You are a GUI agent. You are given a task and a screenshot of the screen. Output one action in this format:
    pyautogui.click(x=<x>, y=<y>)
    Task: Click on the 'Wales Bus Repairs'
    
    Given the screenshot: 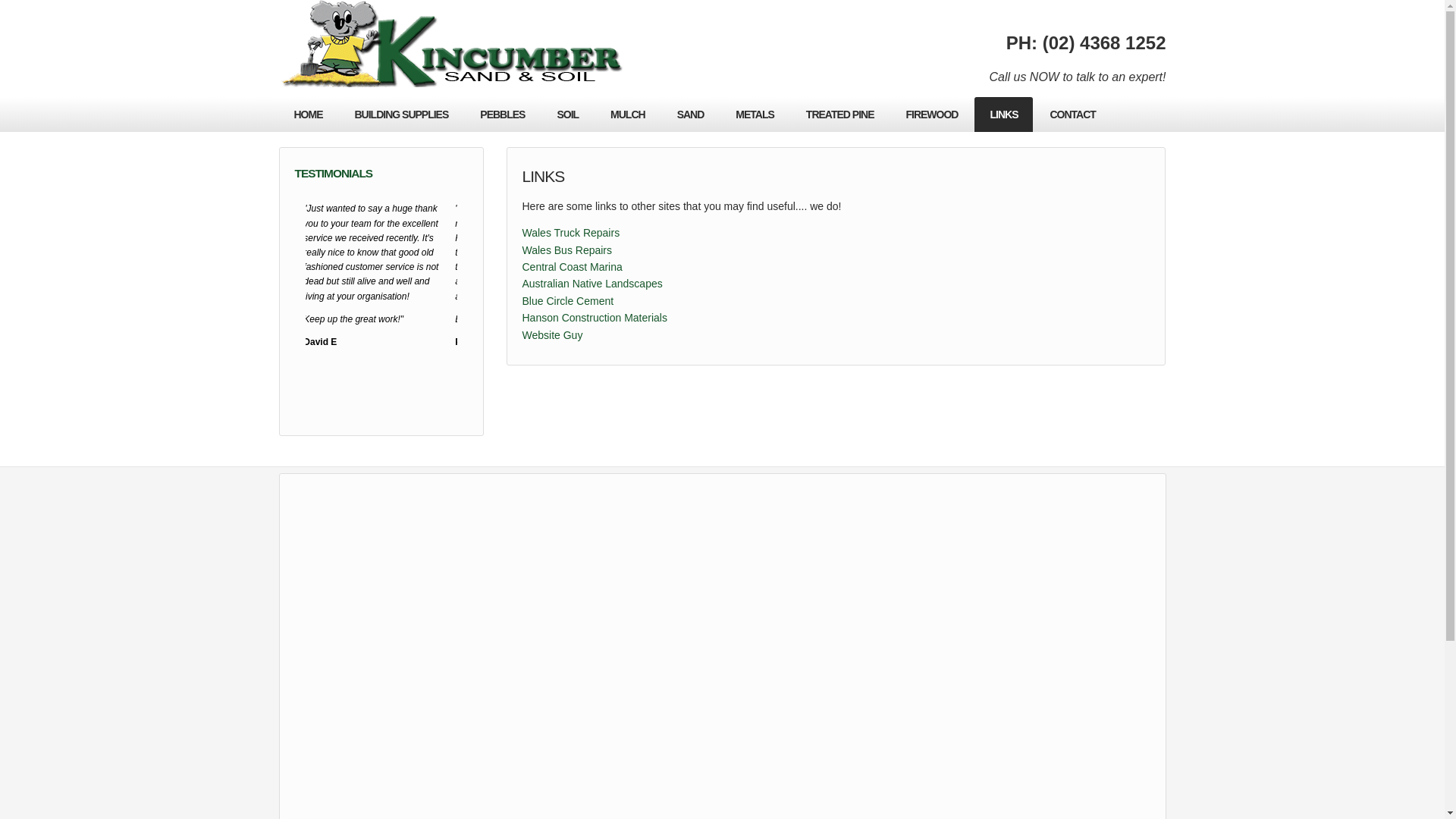 What is the action you would take?
    pyautogui.click(x=566, y=249)
    